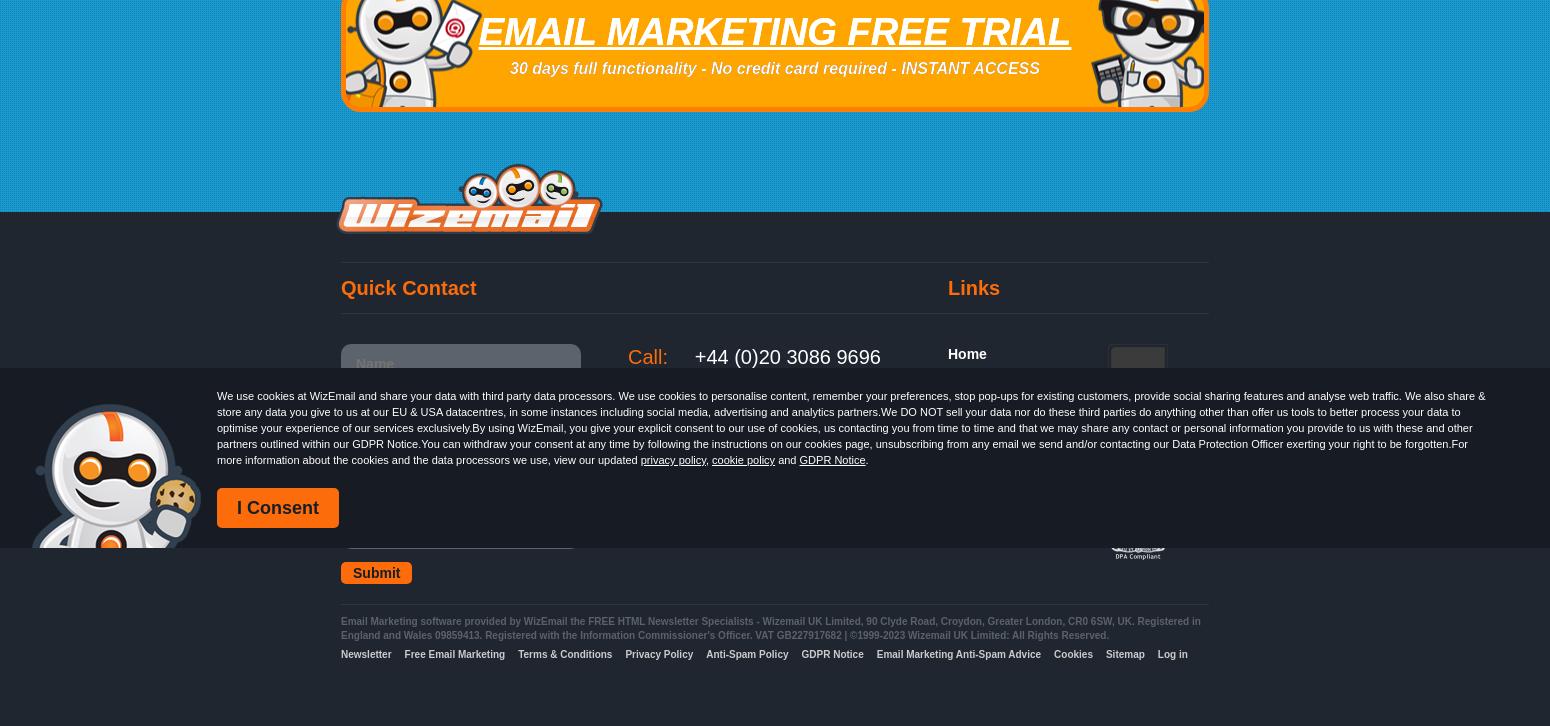 This screenshot has width=1550, height=726. I want to click on 'Cookies', so click(1073, 653).